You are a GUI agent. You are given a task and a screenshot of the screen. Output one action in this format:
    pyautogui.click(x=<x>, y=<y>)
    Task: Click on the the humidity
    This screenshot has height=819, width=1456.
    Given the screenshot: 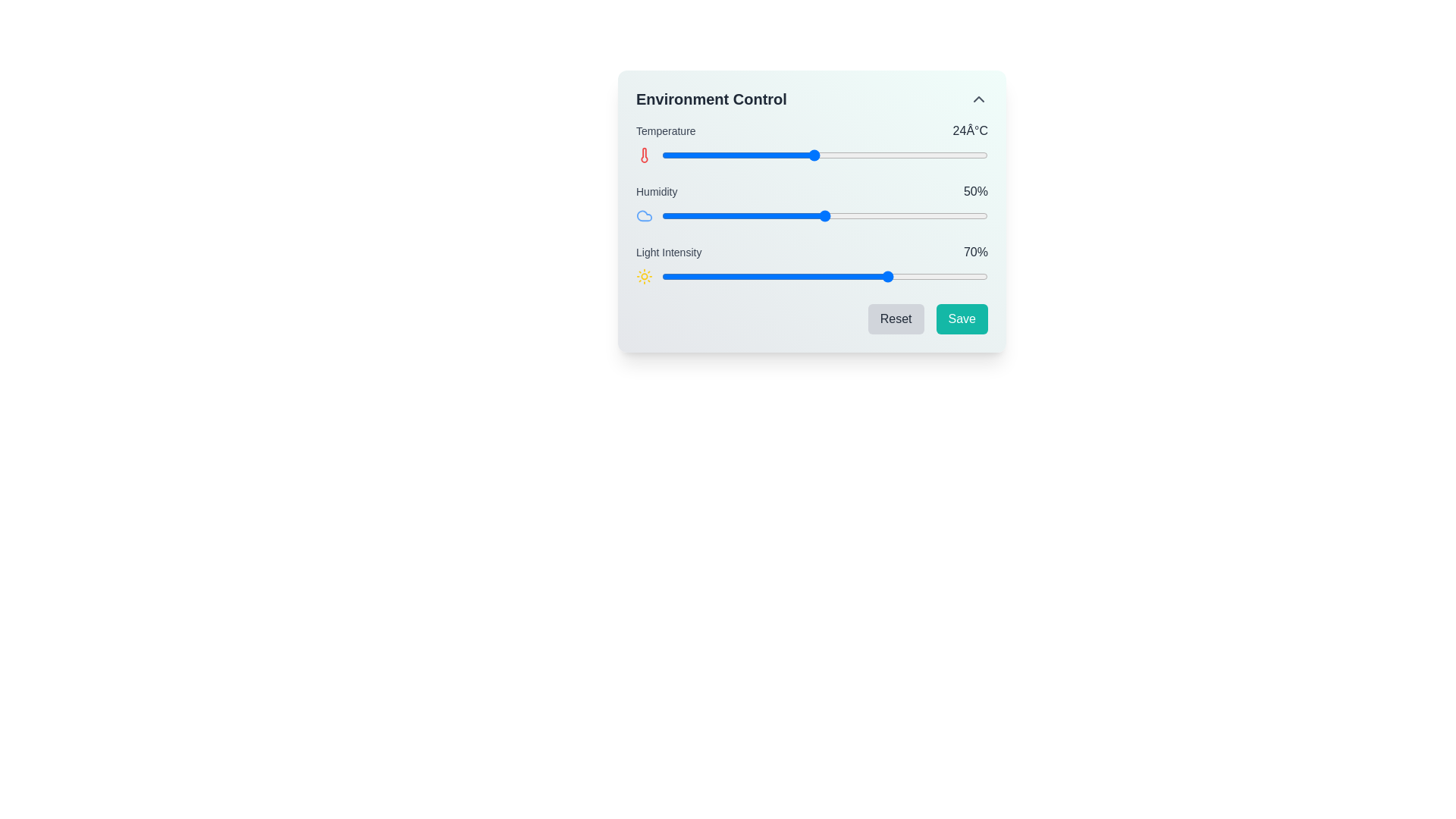 What is the action you would take?
    pyautogui.click(x=918, y=216)
    